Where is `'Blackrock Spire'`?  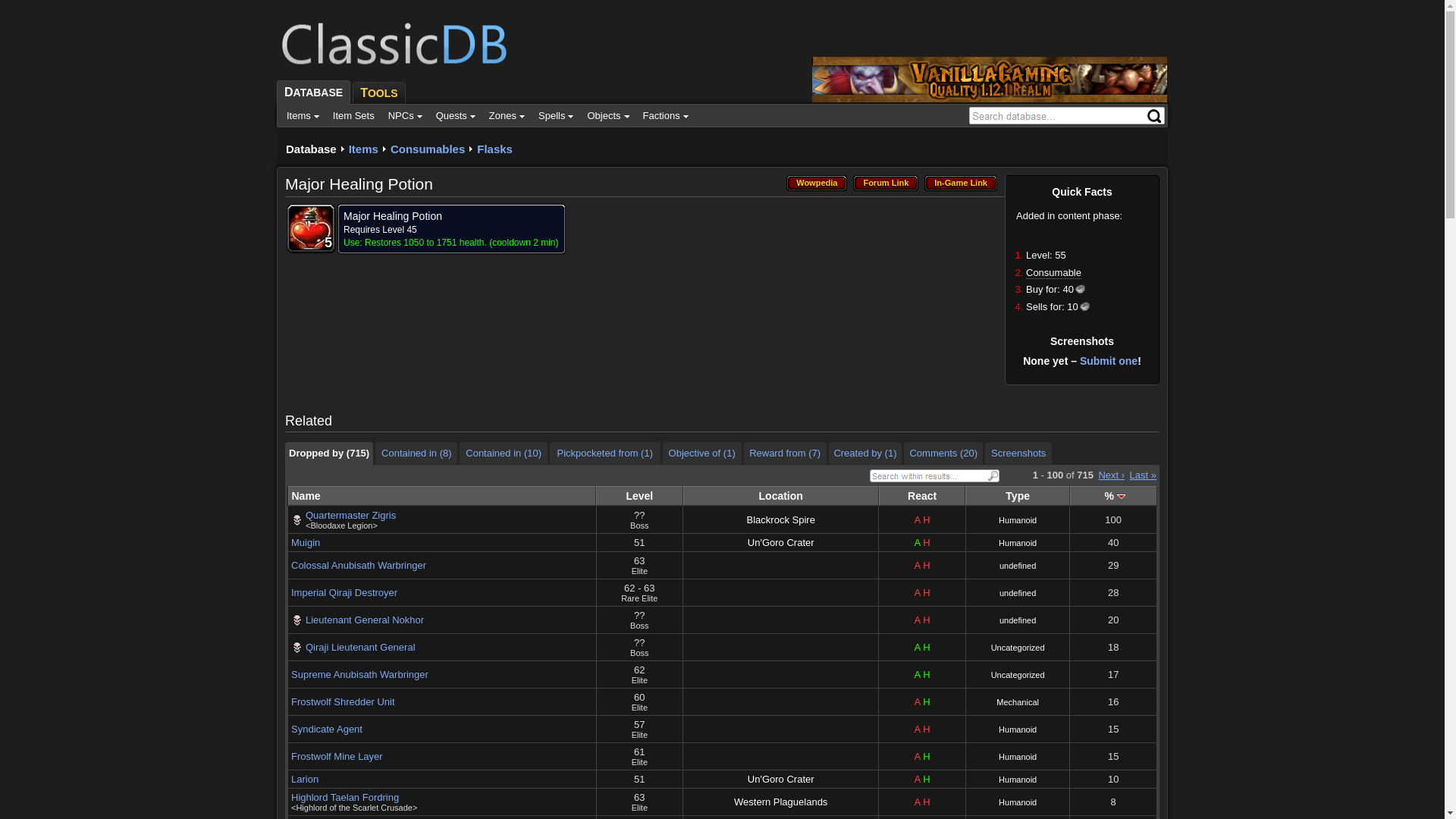 'Blackrock Spire' is located at coordinates (781, 519).